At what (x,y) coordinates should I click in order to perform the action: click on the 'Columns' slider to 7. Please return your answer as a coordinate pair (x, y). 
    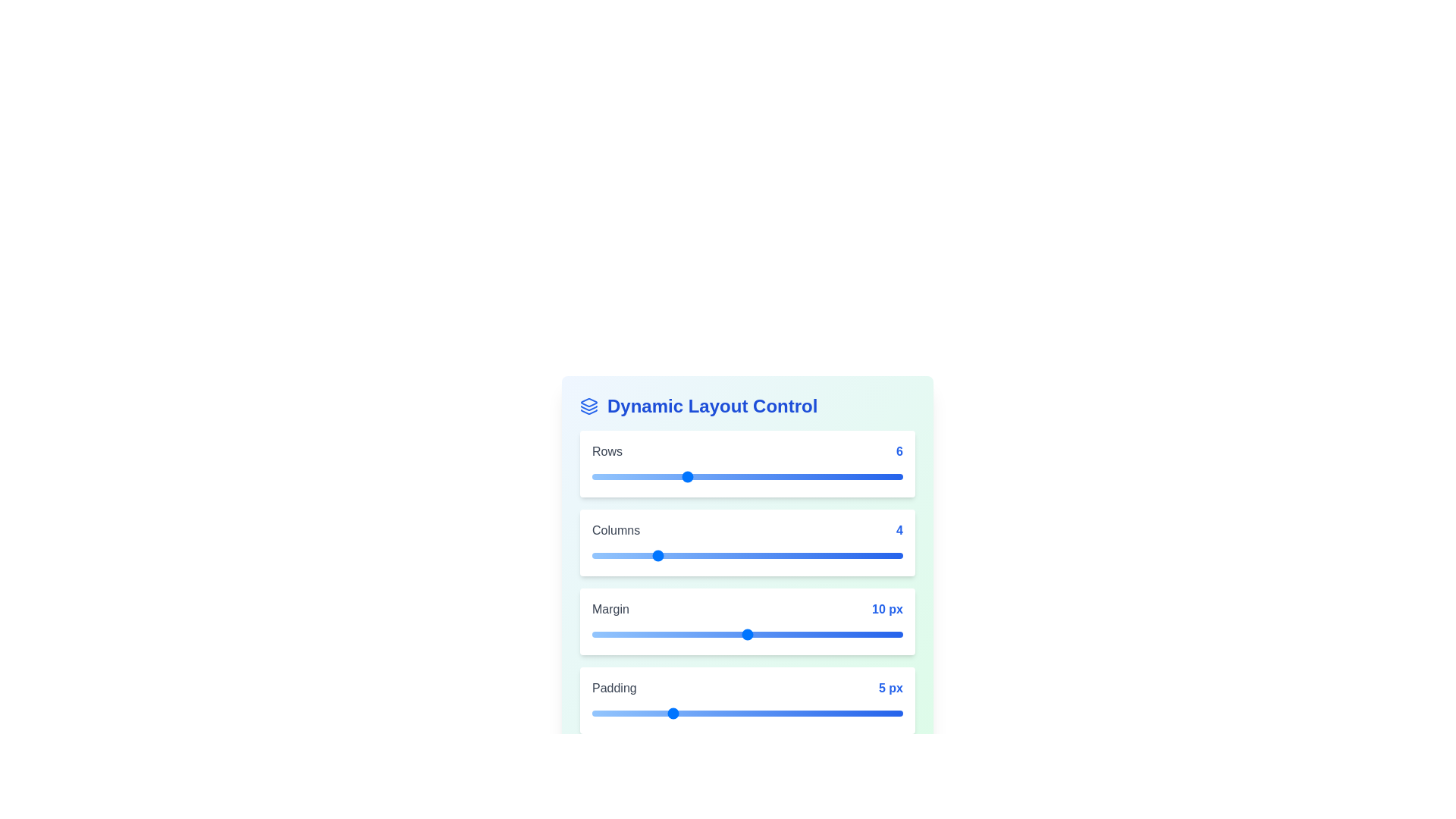
    Looking at the image, I should click on (700, 555).